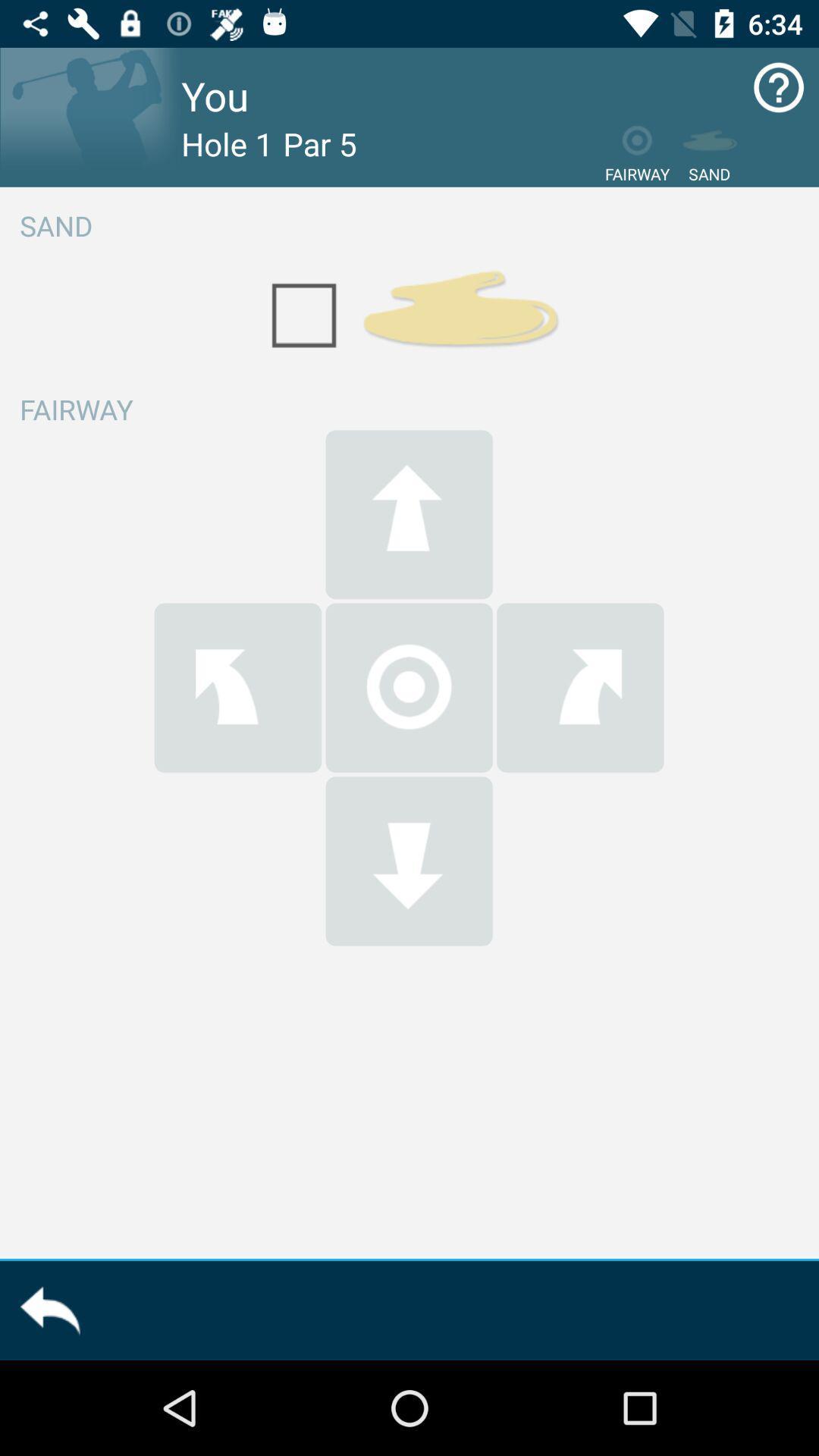 The height and width of the screenshot is (1456, 819). I want to click on move right, so click(580, 687).